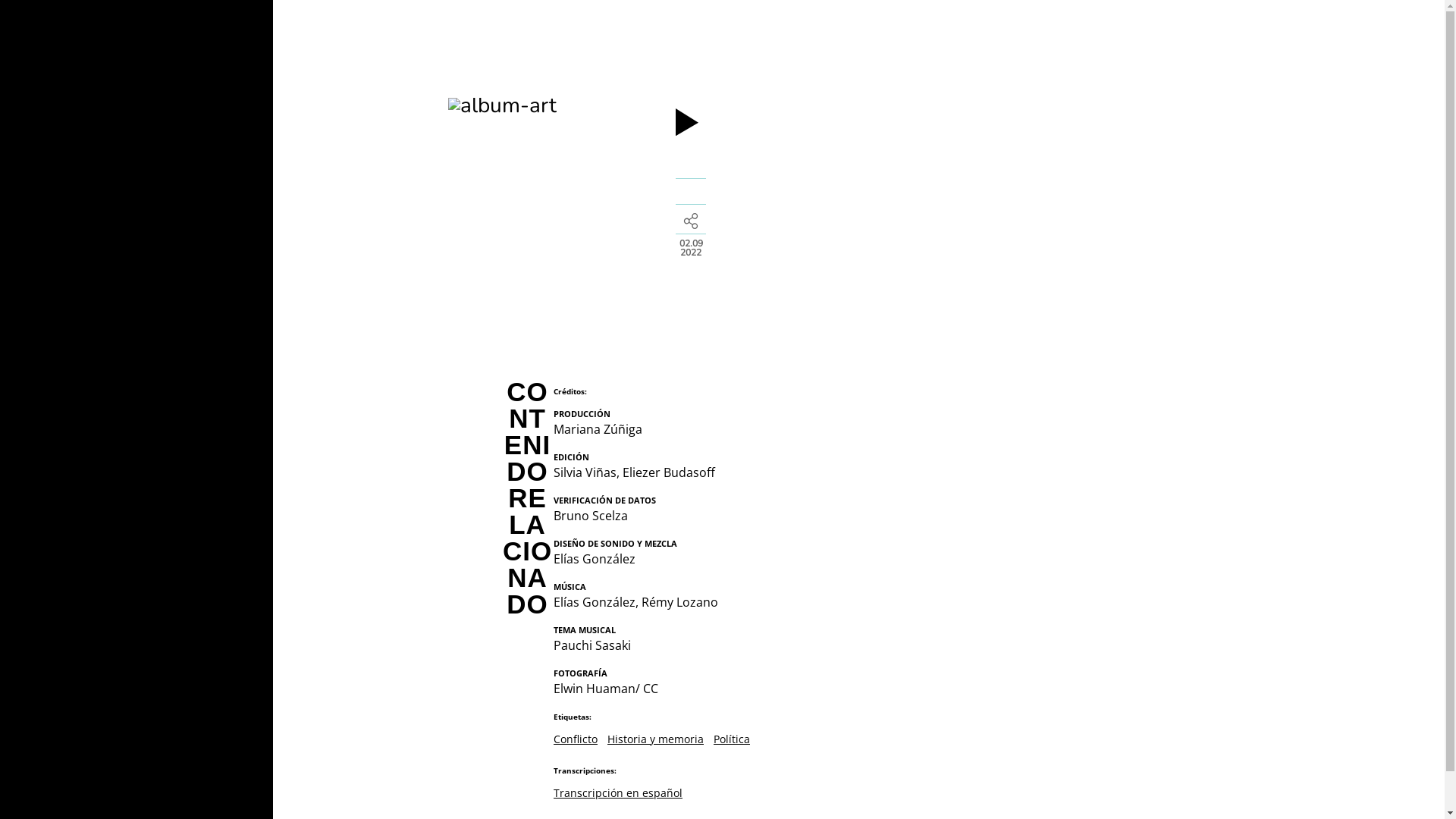  Describe the element at coordinates (607, 738) in the screenshot. I see `'Historia y memoria'` at that location.